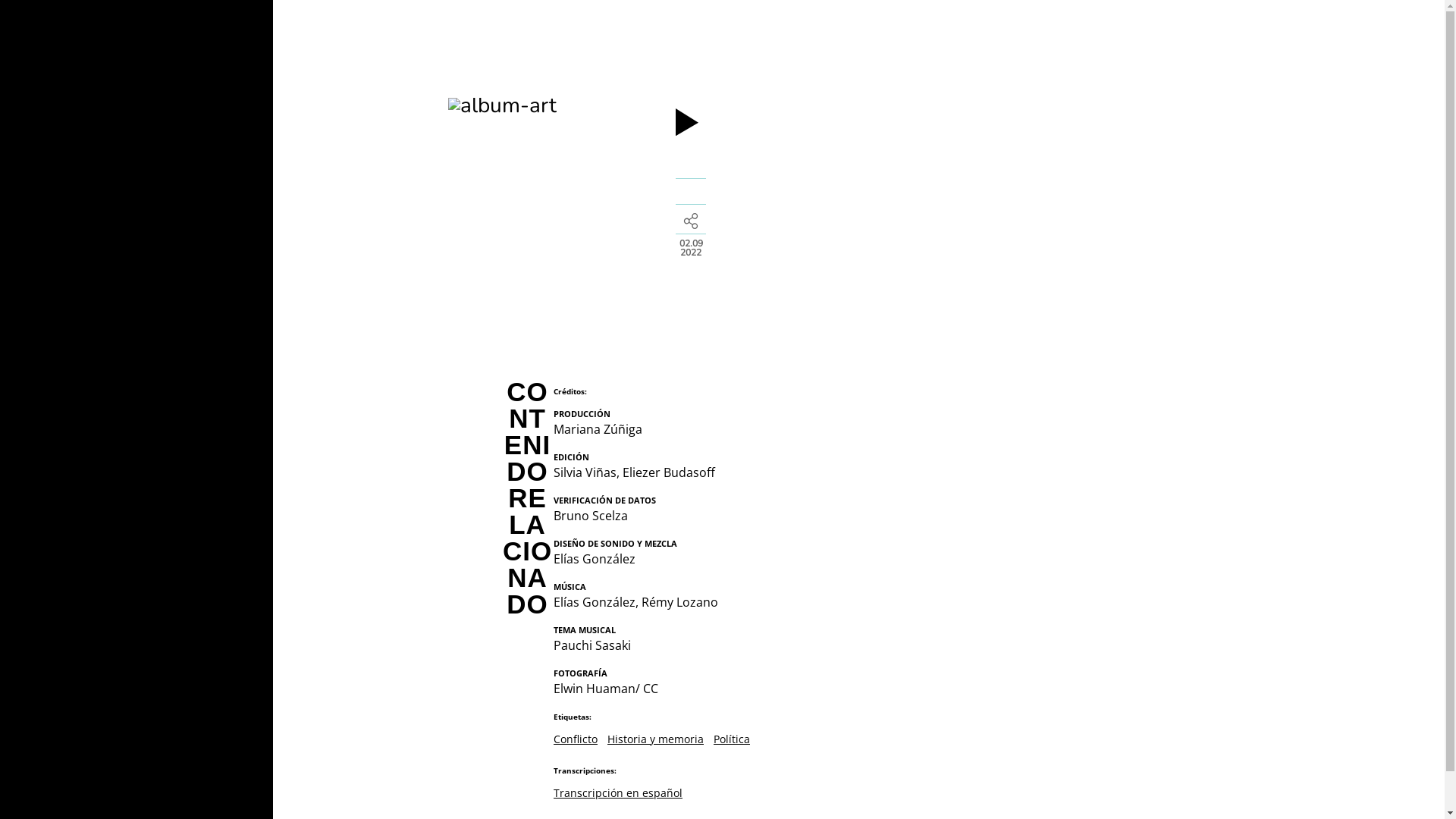  Describe the element at coordinates (607, 738) in the screenshot. I see `'Historia y memoria'` at that location.